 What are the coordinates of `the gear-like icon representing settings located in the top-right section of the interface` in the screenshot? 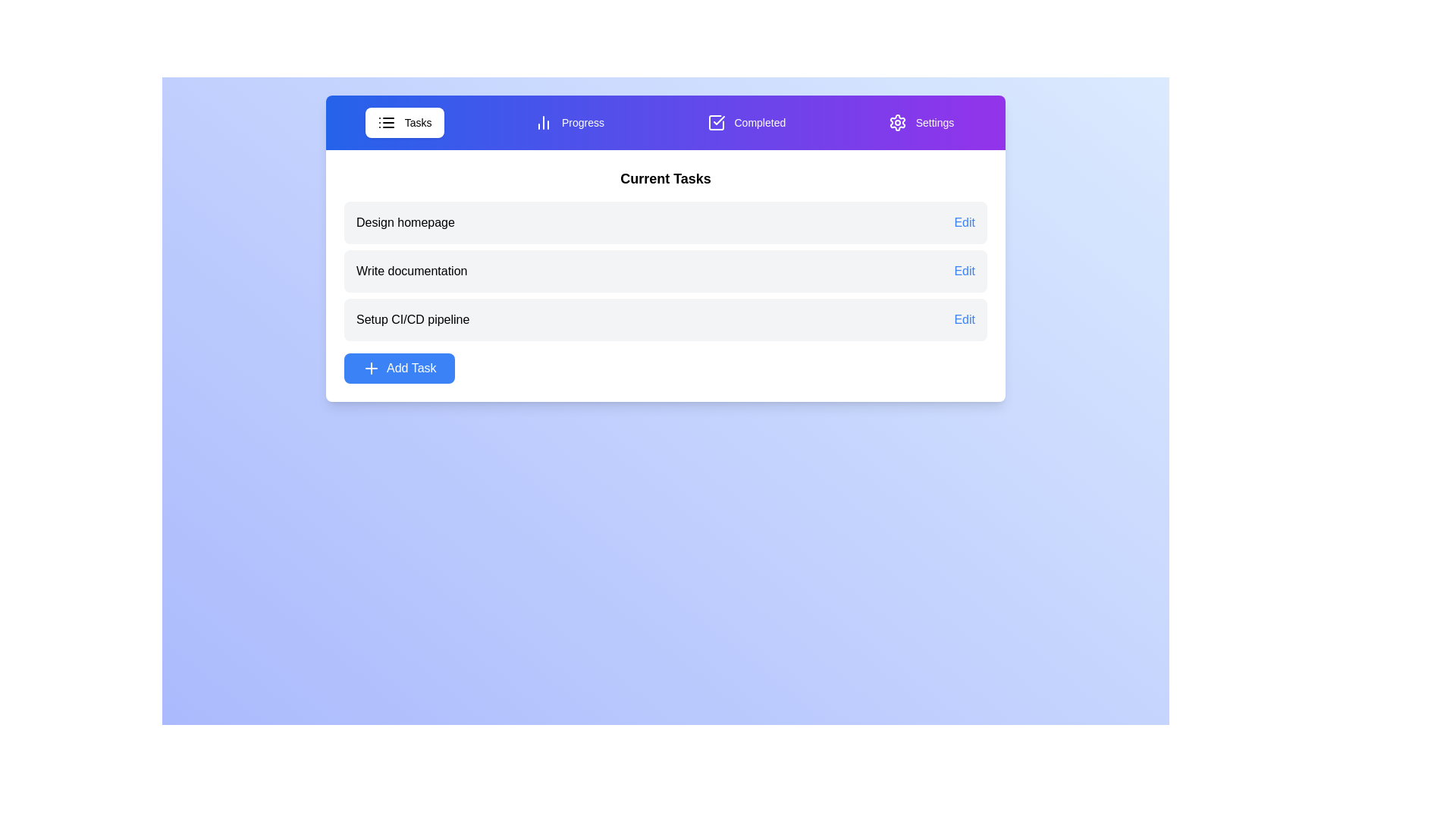 It's located at (897, 122).